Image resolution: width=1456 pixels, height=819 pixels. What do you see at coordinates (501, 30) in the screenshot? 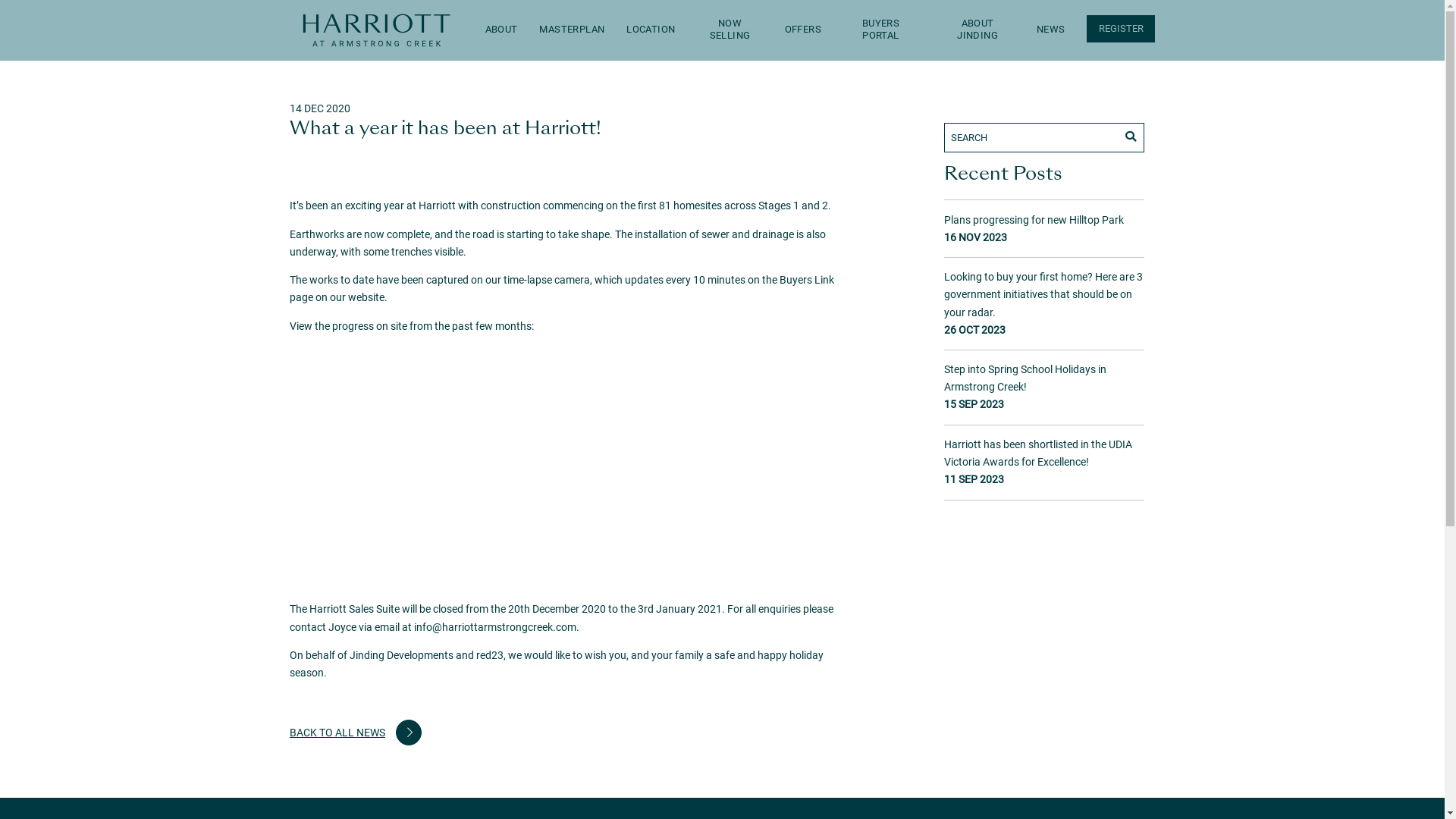
I see `'ABOUT'` at bounding box center [501, 30].